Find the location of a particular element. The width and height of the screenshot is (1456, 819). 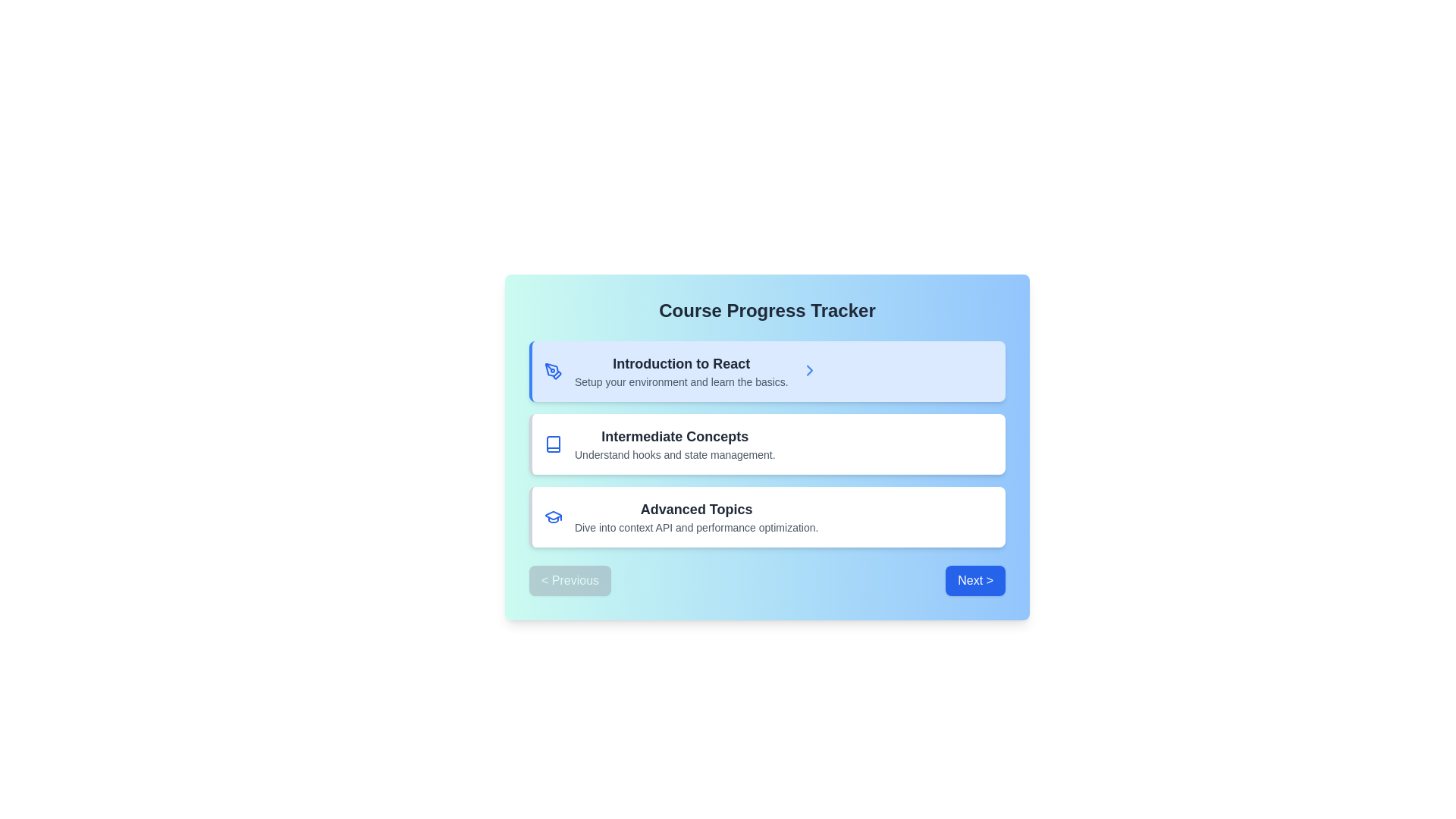

the visual representation of the Icon that denotes the 'Advanced Topics' section, positioned to the left of the text is located at coordinates (552, 516).